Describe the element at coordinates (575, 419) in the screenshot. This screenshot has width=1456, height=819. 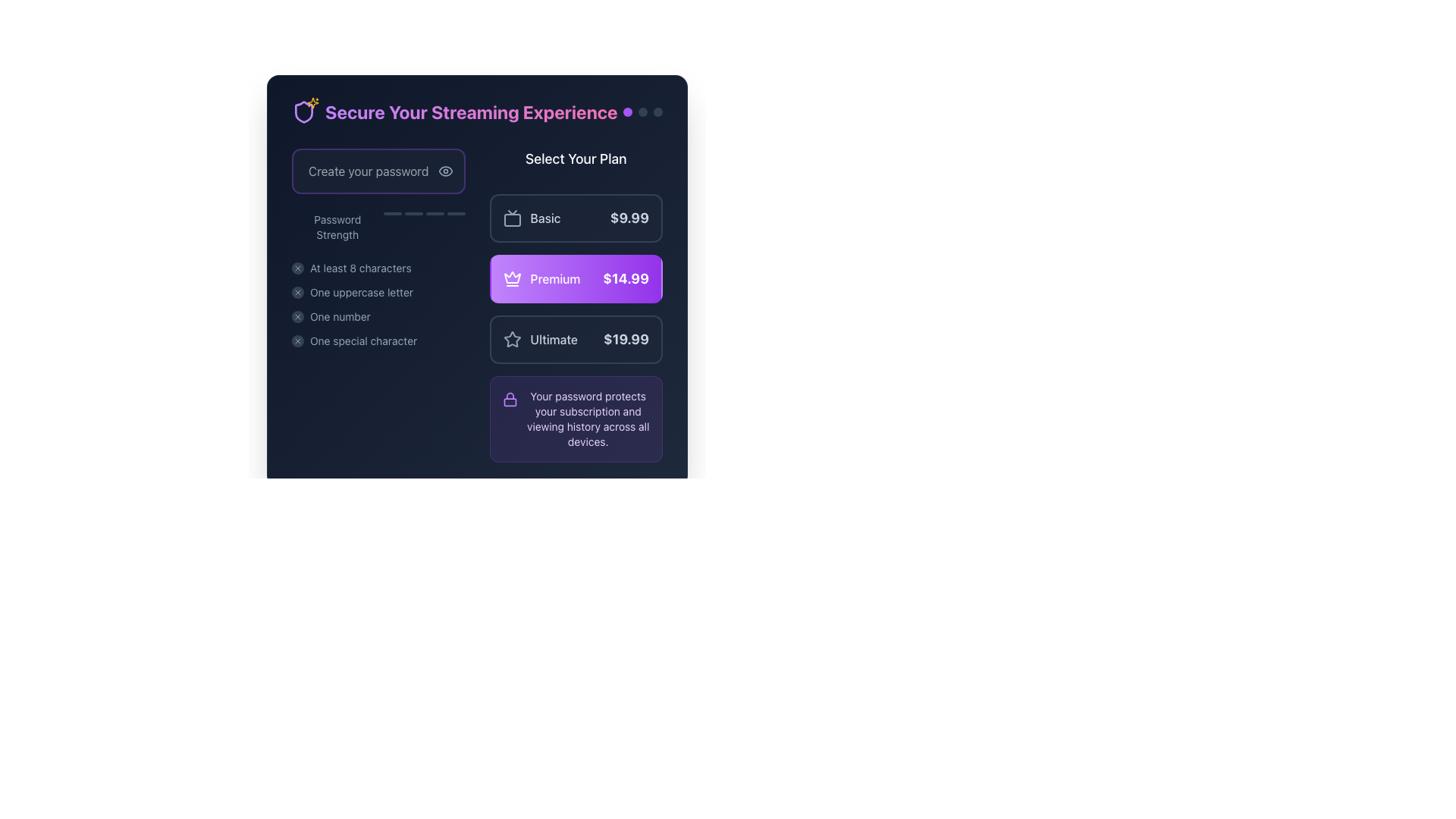
I see `the informational component with a light purple background and a lock icon containing the text 'Your password protects your subscription and viewing history across all devices.'` at that location.